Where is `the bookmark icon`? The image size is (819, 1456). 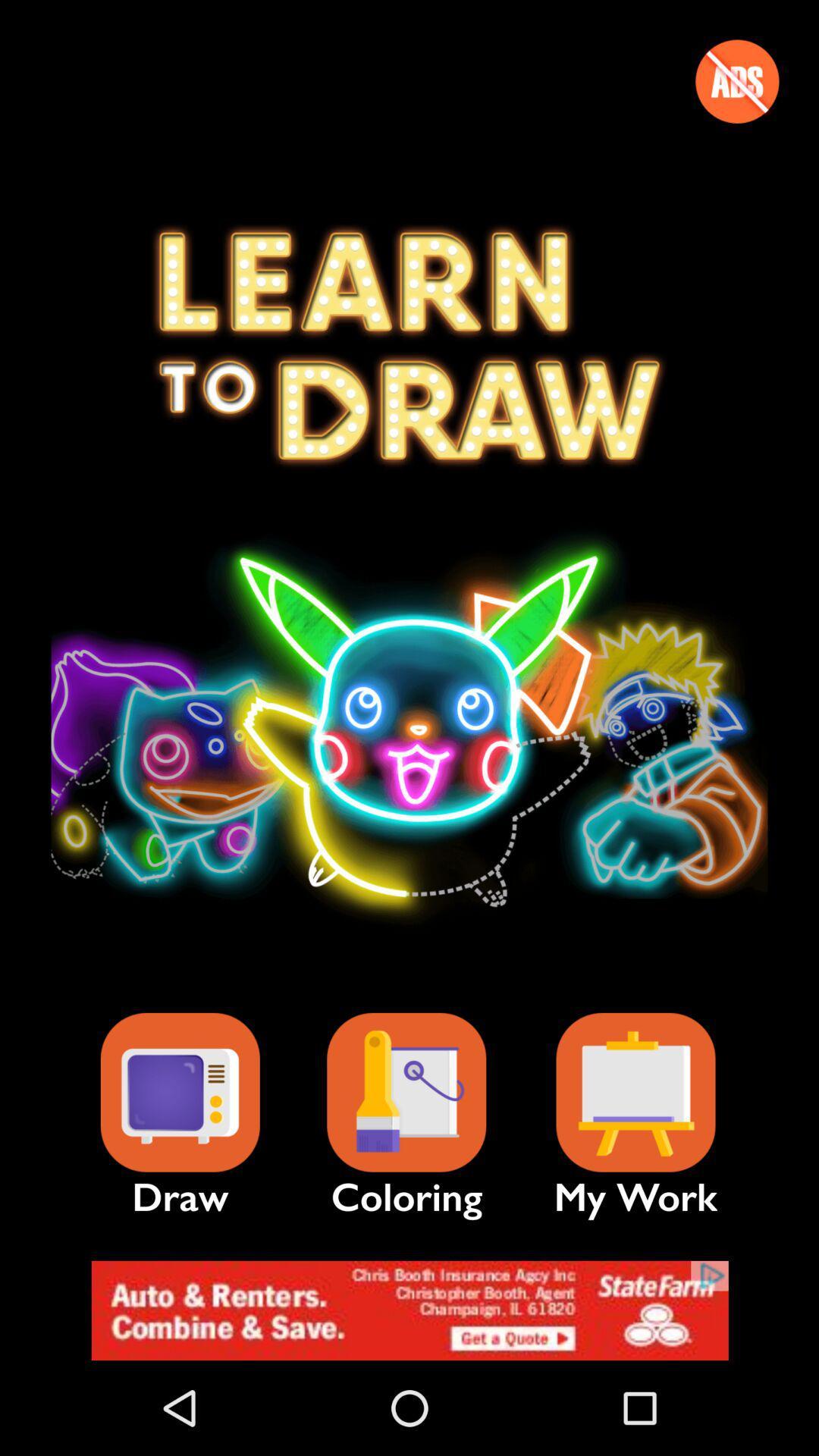
the bookmark icon is located at coordinates (635, 1093).